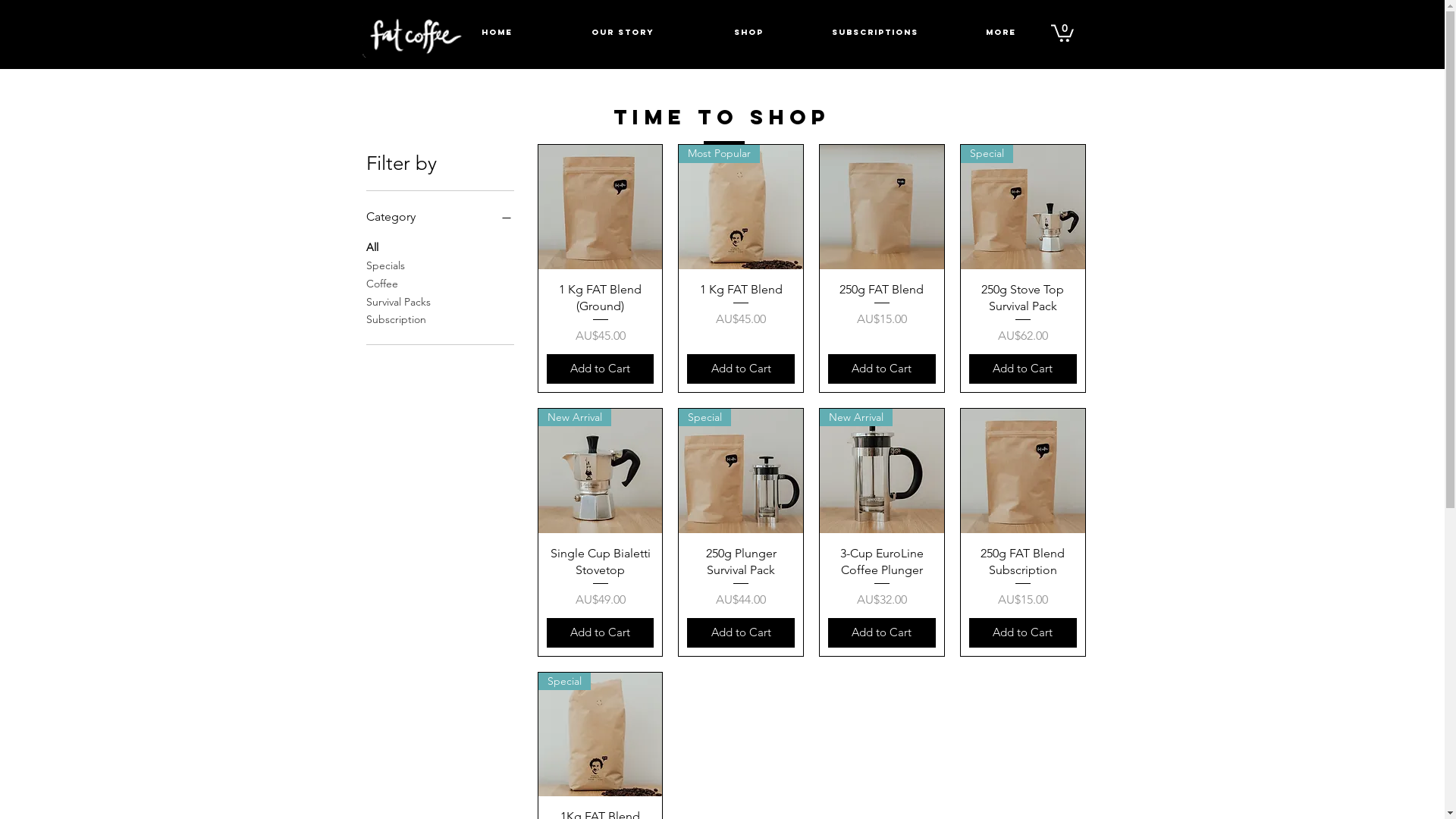  What do you see at coordinates (881, 577) in the screenshot?
I see `'3-Cup EuroLine Coffee Plunger` at bounding box center [881, 577].